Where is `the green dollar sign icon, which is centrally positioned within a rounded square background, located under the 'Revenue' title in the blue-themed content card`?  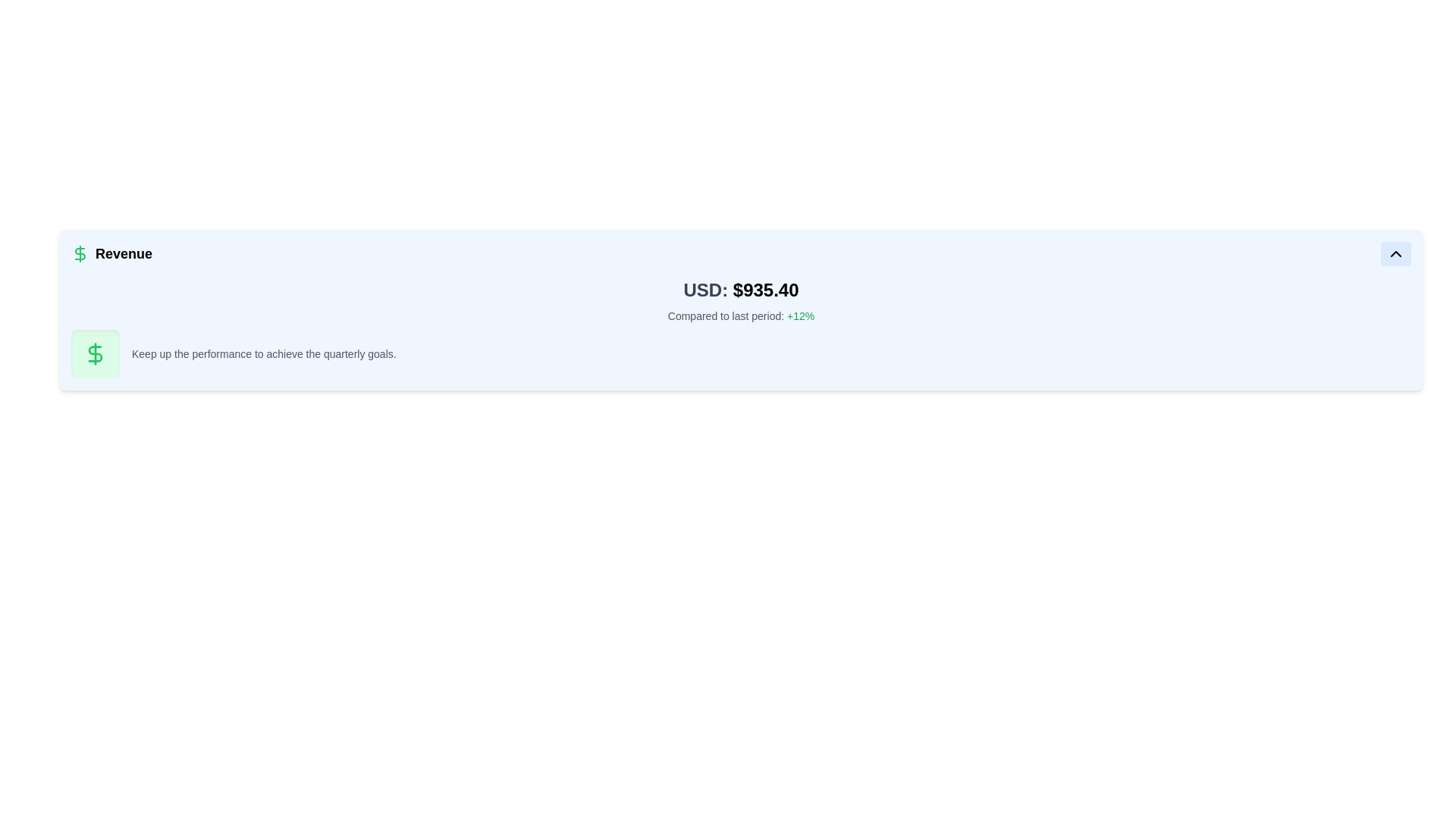
the green dollar sign icon, which is centrally positioned within a rounded square background, located under the 'Revenue' title in the blue-themed content card is located at coordinates (94, 353).